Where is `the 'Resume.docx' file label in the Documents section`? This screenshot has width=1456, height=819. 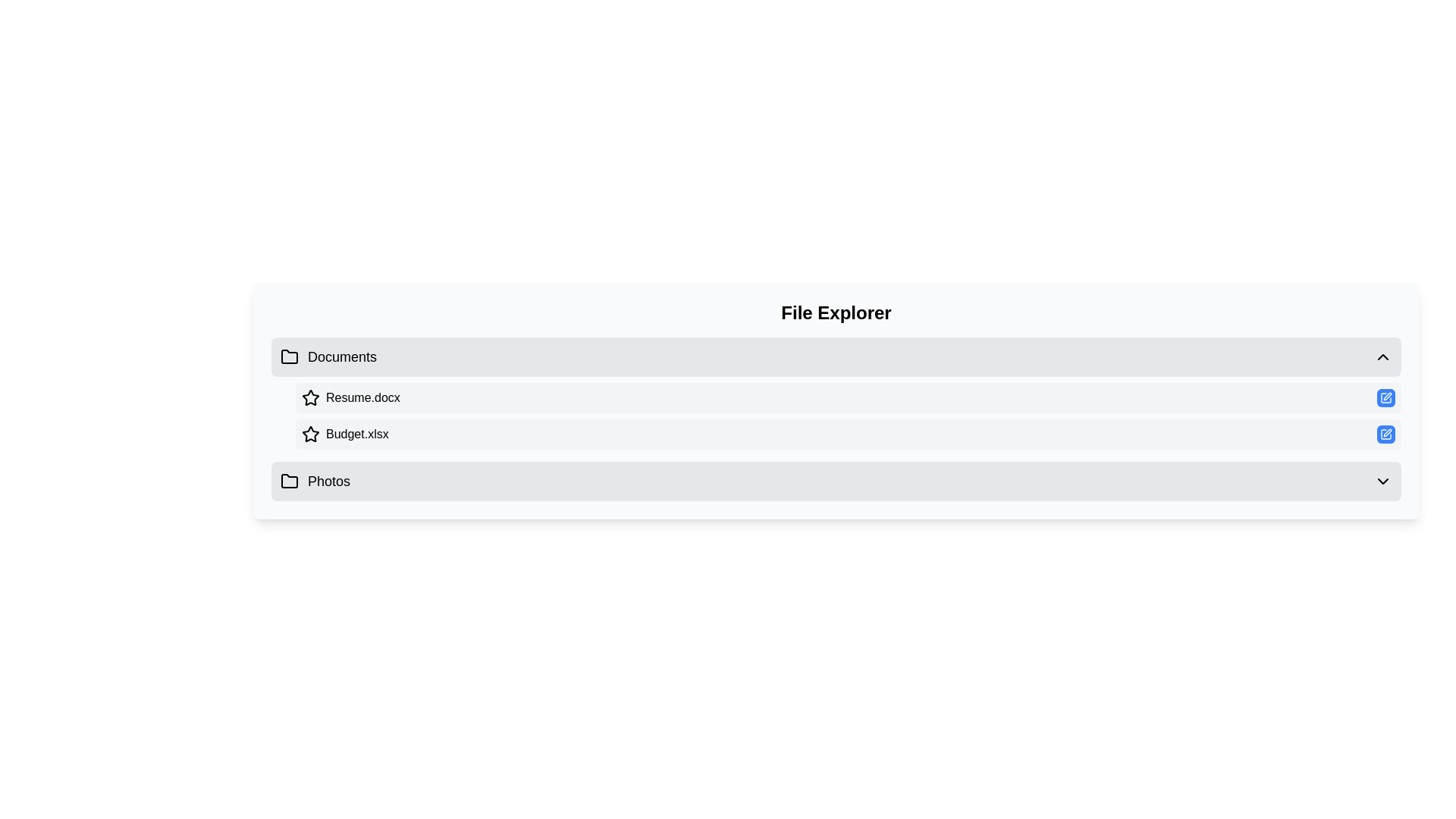 the 'Resume.docx' file label in the Documents section is located at coordinates (350, 397).